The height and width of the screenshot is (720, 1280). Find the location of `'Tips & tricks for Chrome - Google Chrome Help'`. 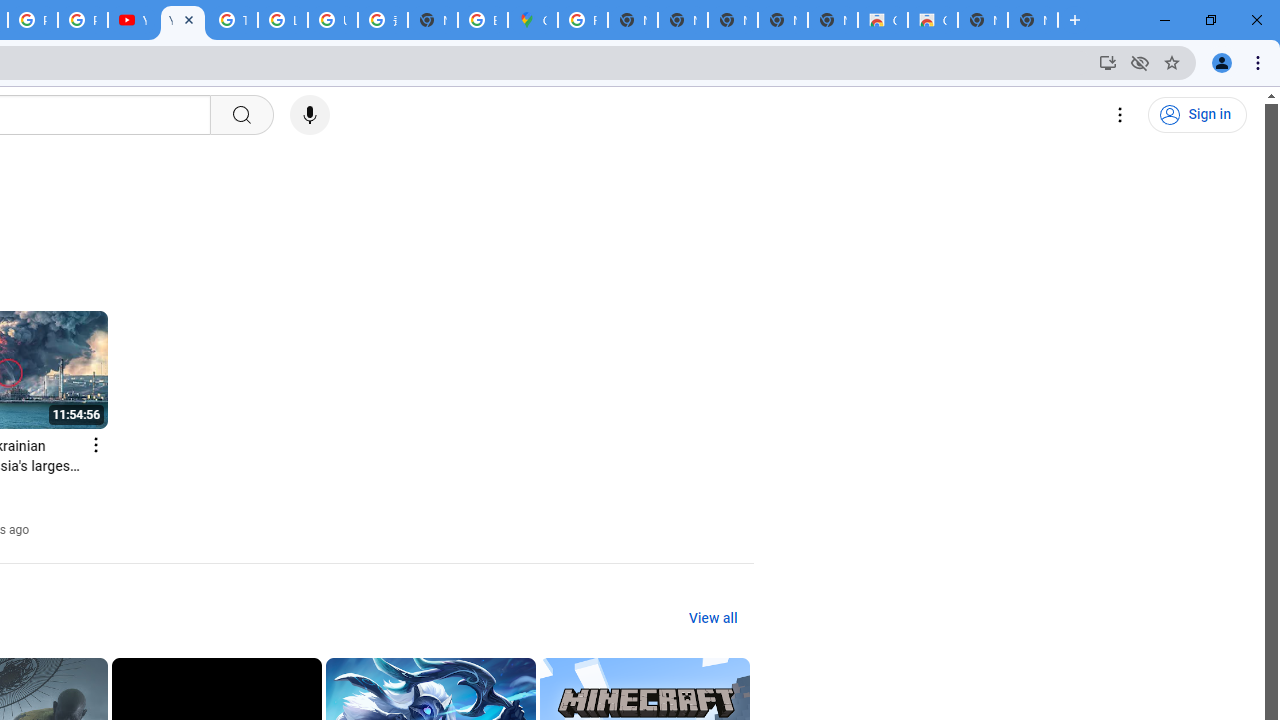

'Tips & tricks for Chrome - Google Chrome Help' is located at coordinates (232, 20).